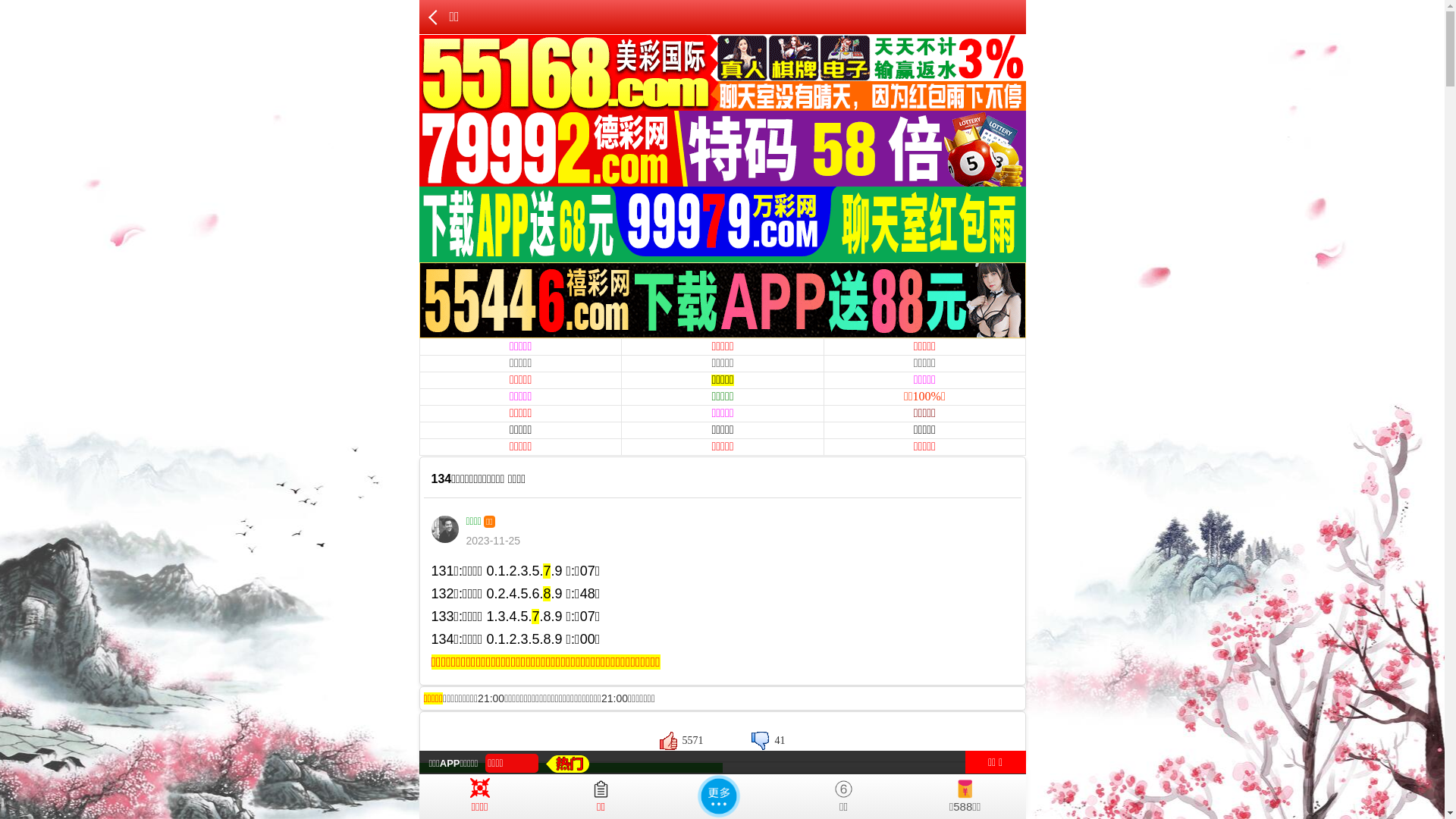  What do you see at coordinates (767, 739) in the screenshot?
I see `'41'` at bounding box center [767, 739].